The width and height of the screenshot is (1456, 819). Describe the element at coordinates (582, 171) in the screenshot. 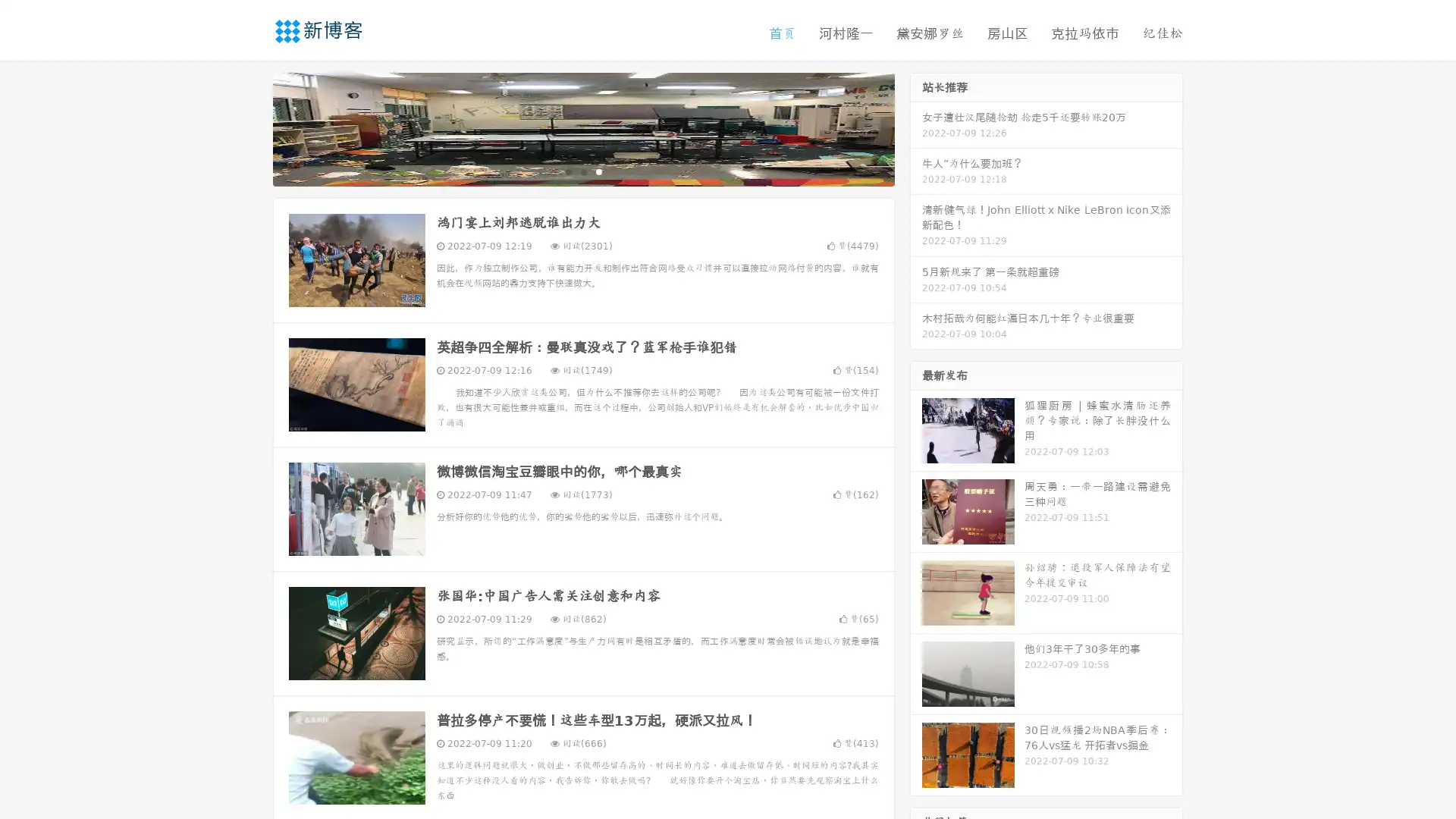

I see `Go to slide 2` at that location.